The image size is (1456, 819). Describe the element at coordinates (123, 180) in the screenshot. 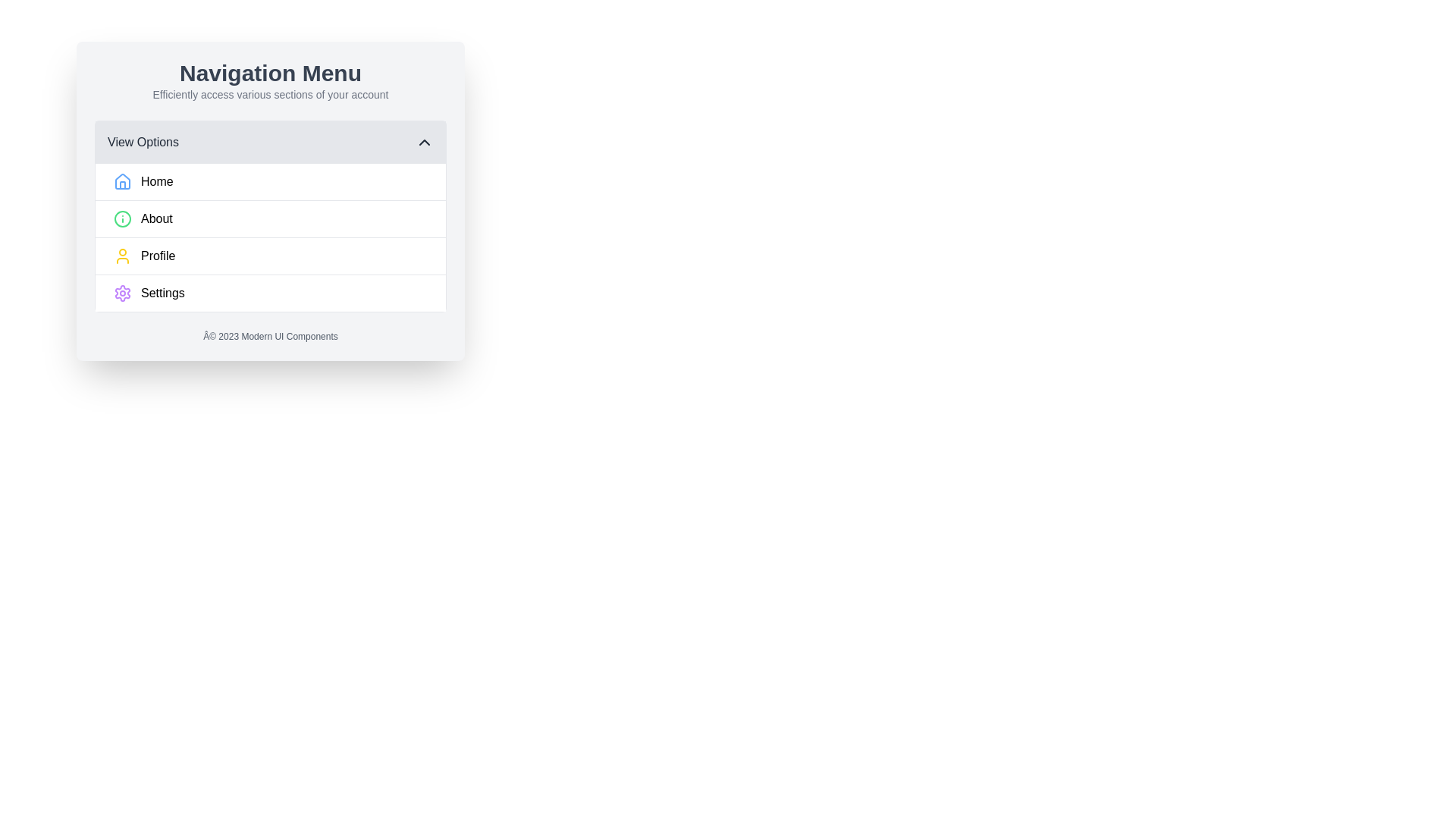

I see `the 'Home' icon in the navigation menu, which is the first item and is located directly to the left of the text label 'Home'` at that location.